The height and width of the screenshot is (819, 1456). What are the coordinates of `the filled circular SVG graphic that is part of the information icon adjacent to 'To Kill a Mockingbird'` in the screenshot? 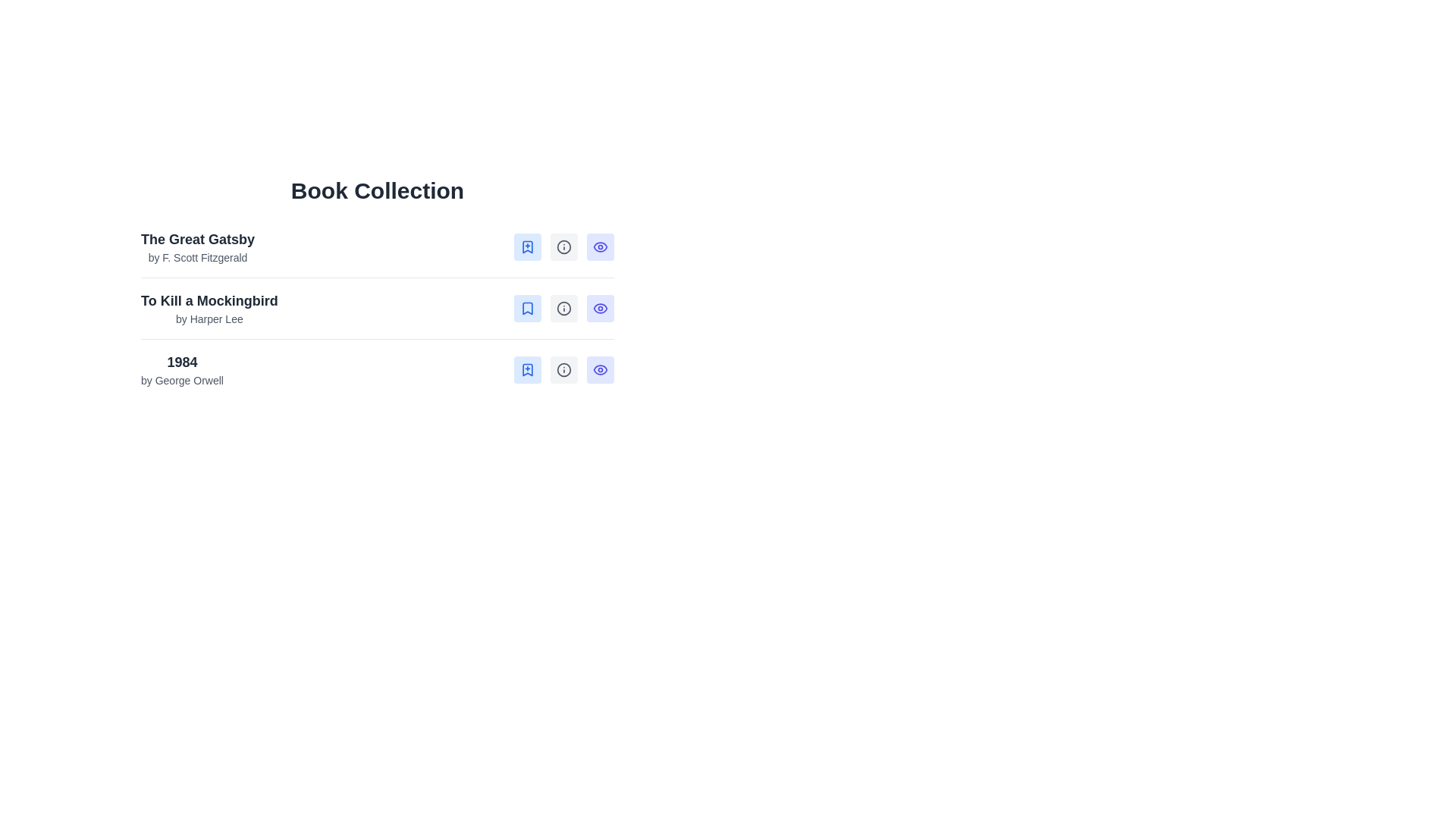 It's located at (563, 246).